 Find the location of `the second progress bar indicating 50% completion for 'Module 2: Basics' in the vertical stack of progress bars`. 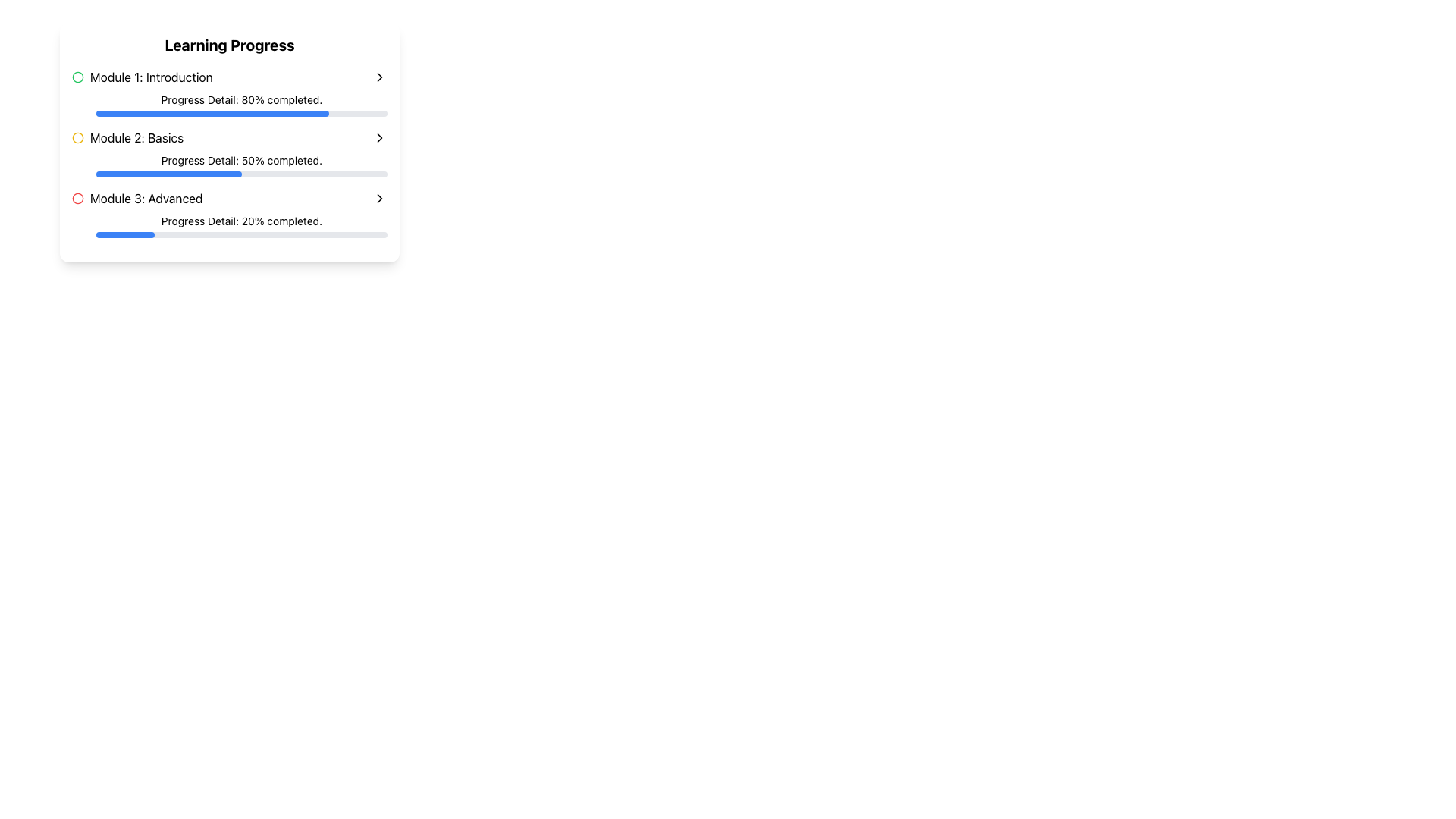

the second progress bar indicating 50% completion for 'Module 2: Basics' in the vertical stack of progress bars is located at coordinates (168, 174).